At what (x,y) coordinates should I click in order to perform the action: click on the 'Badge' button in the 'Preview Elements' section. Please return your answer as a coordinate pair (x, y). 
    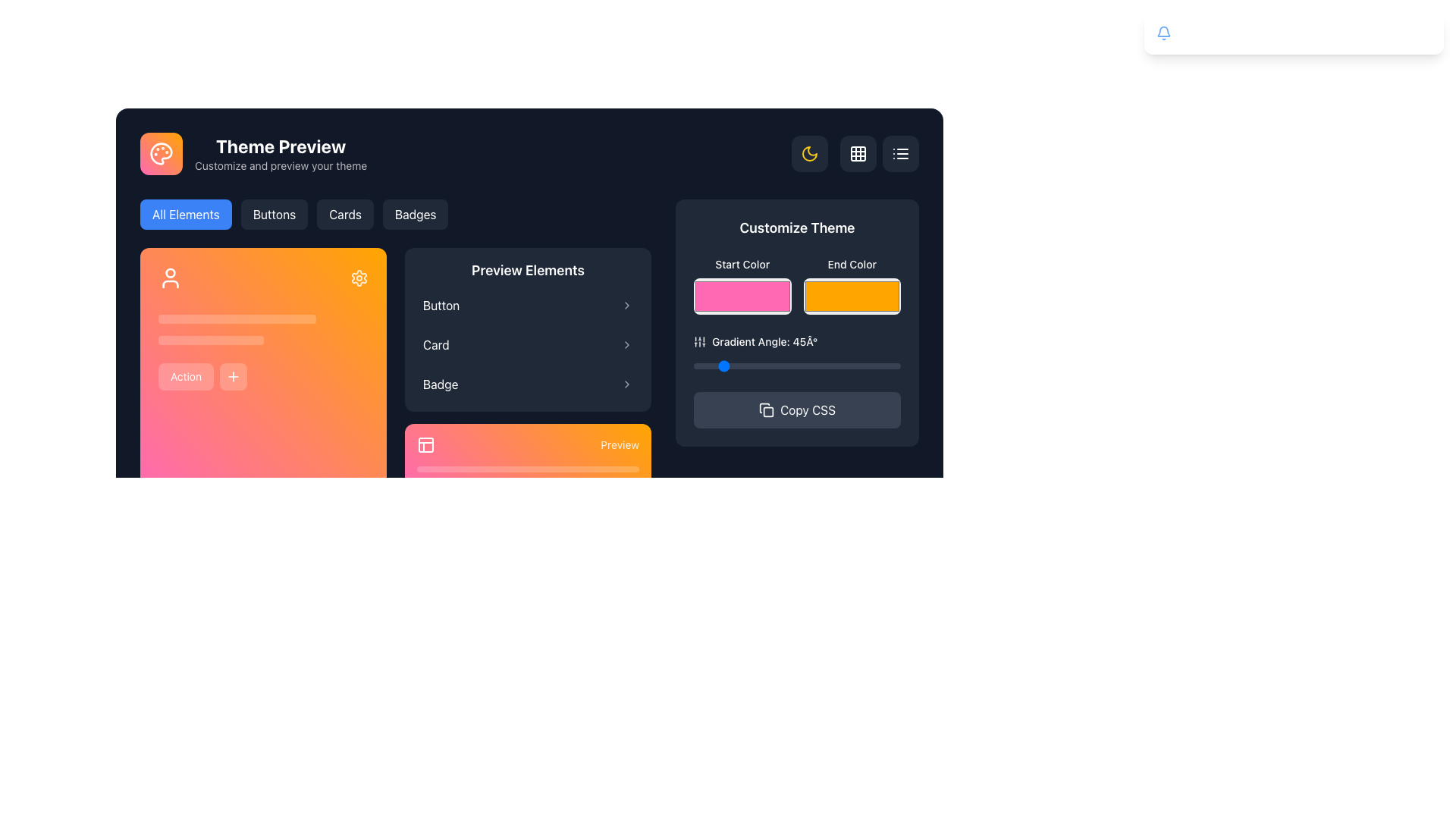
    Looking at the image, I should click on (528, 383).